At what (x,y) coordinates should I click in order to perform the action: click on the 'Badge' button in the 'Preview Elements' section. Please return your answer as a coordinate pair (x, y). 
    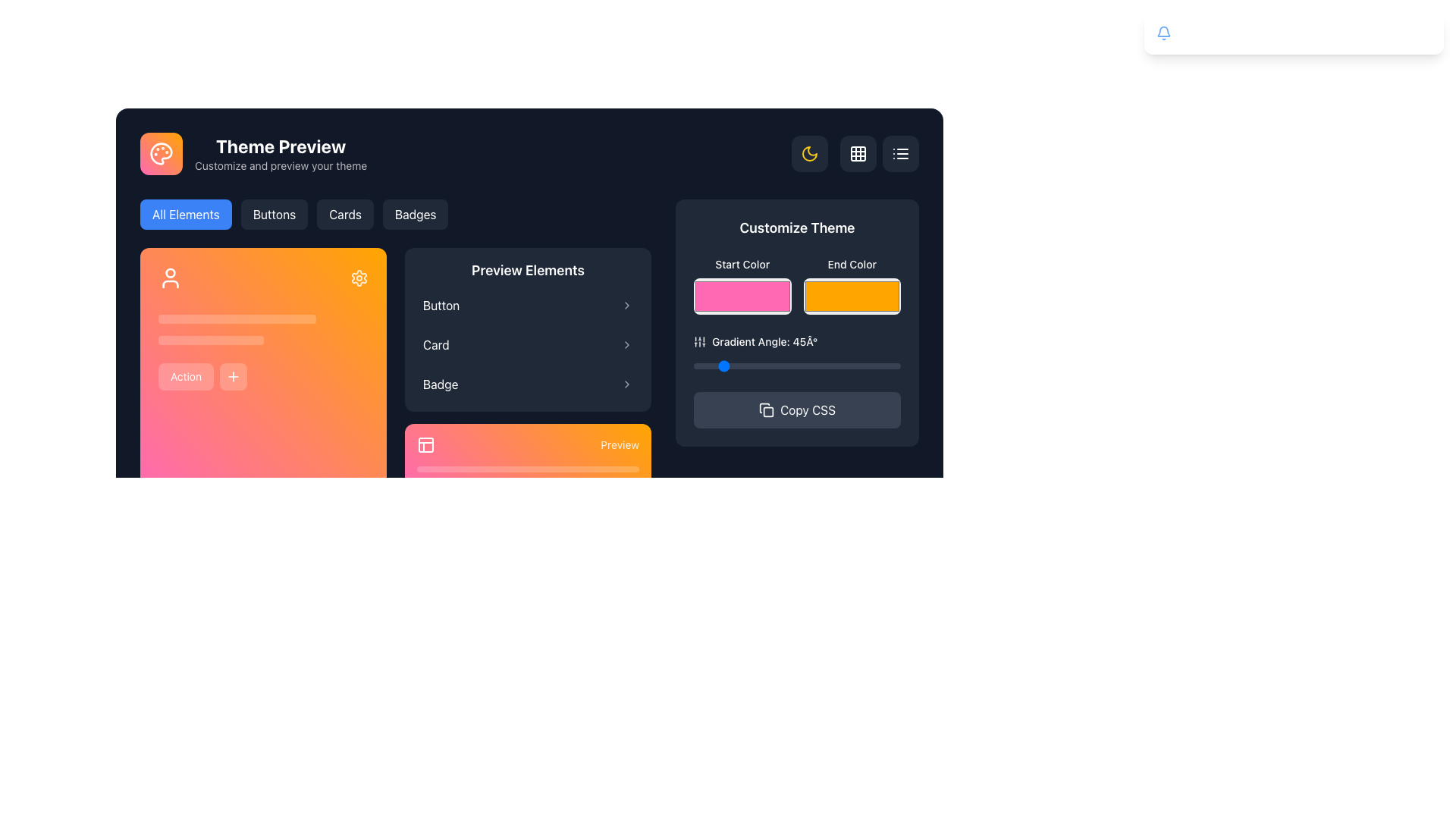
    Looking at the image, I should click on (528, 383).